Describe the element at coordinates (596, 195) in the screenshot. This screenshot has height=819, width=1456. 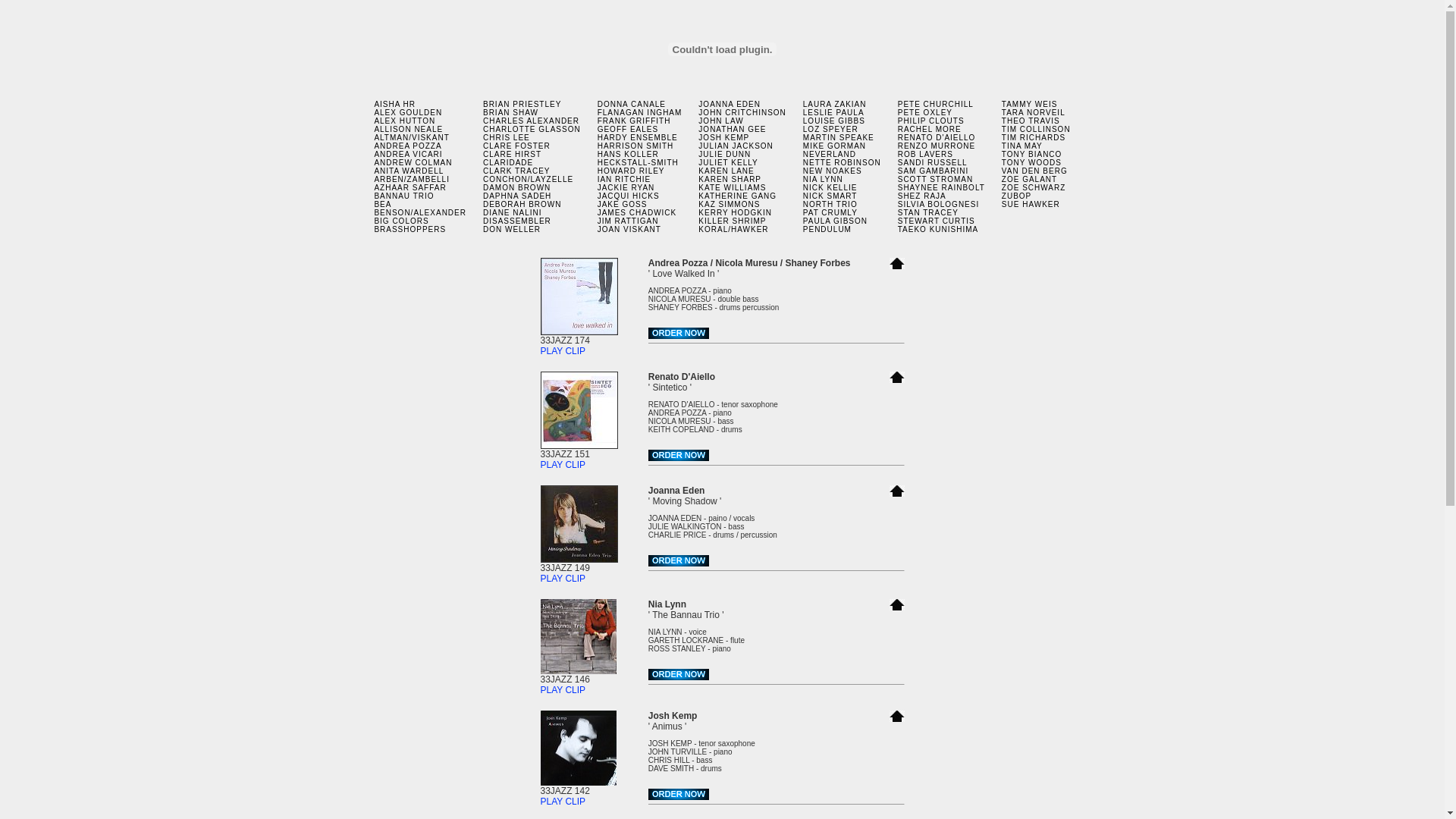
I see `'JACQUI HICKS'` at that location.